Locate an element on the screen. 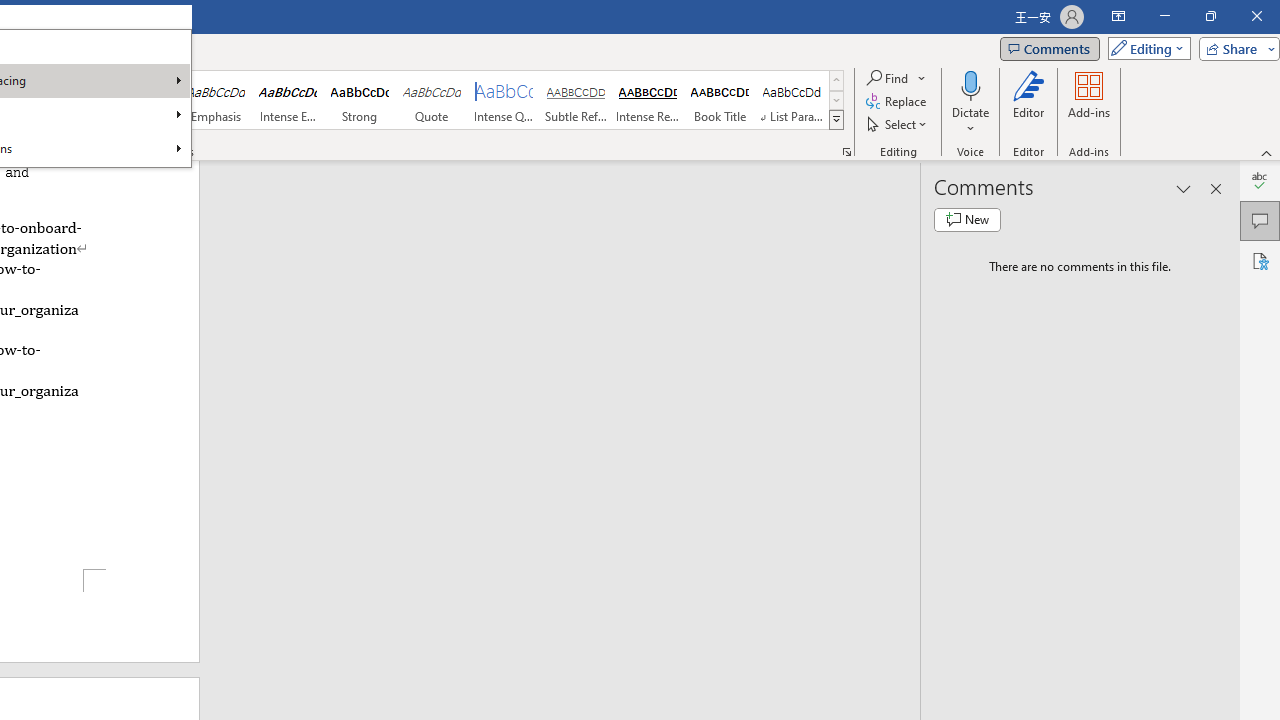 This screenshot has width=1280, height=720. 'Comments' is located at coordinates (1048, 47).